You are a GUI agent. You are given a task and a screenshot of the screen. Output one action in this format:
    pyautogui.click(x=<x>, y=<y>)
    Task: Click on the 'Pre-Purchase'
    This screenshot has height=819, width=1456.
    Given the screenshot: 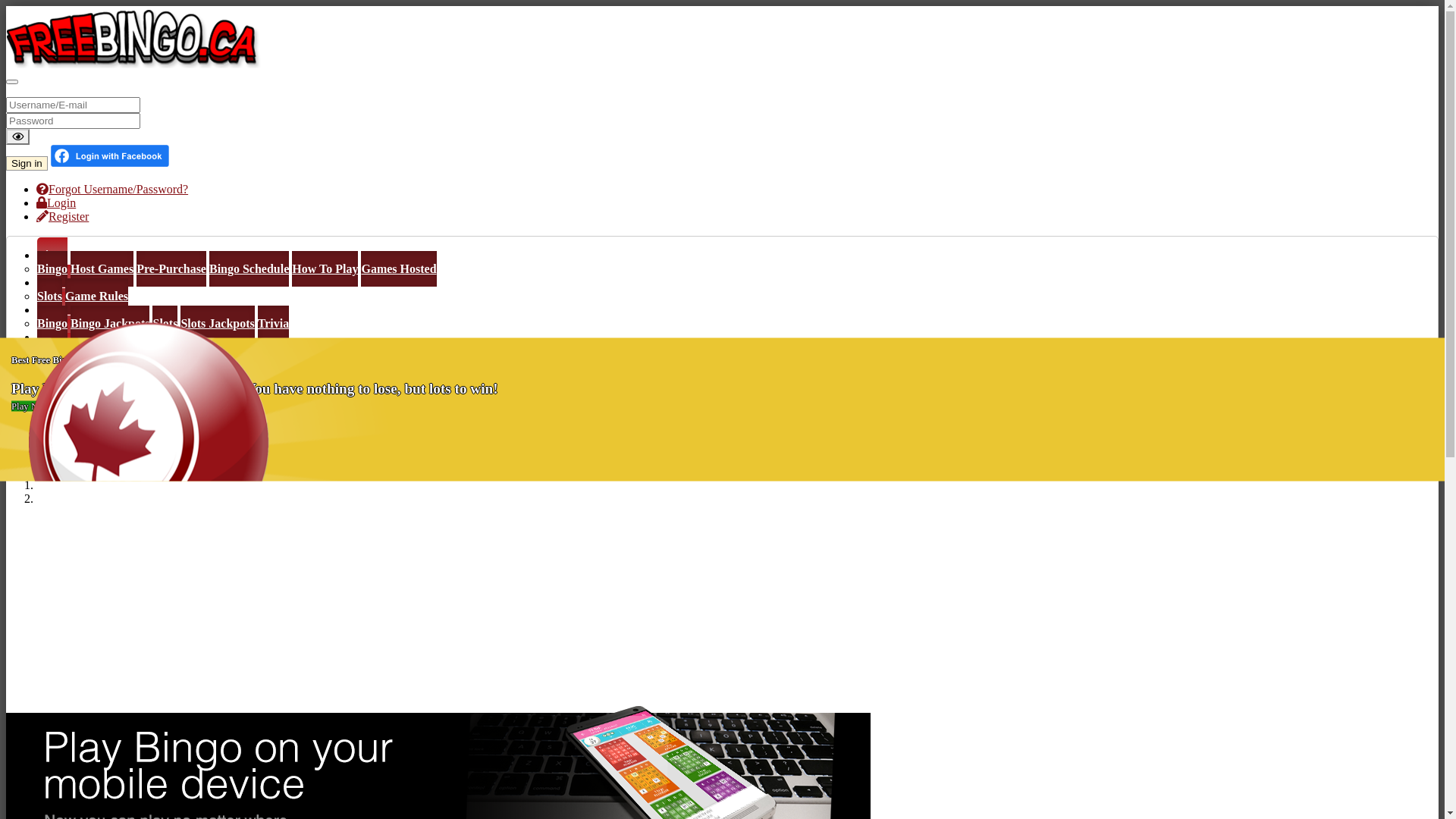 What is the action you would take?
    pyautogui.click(x=171, y=268)
    